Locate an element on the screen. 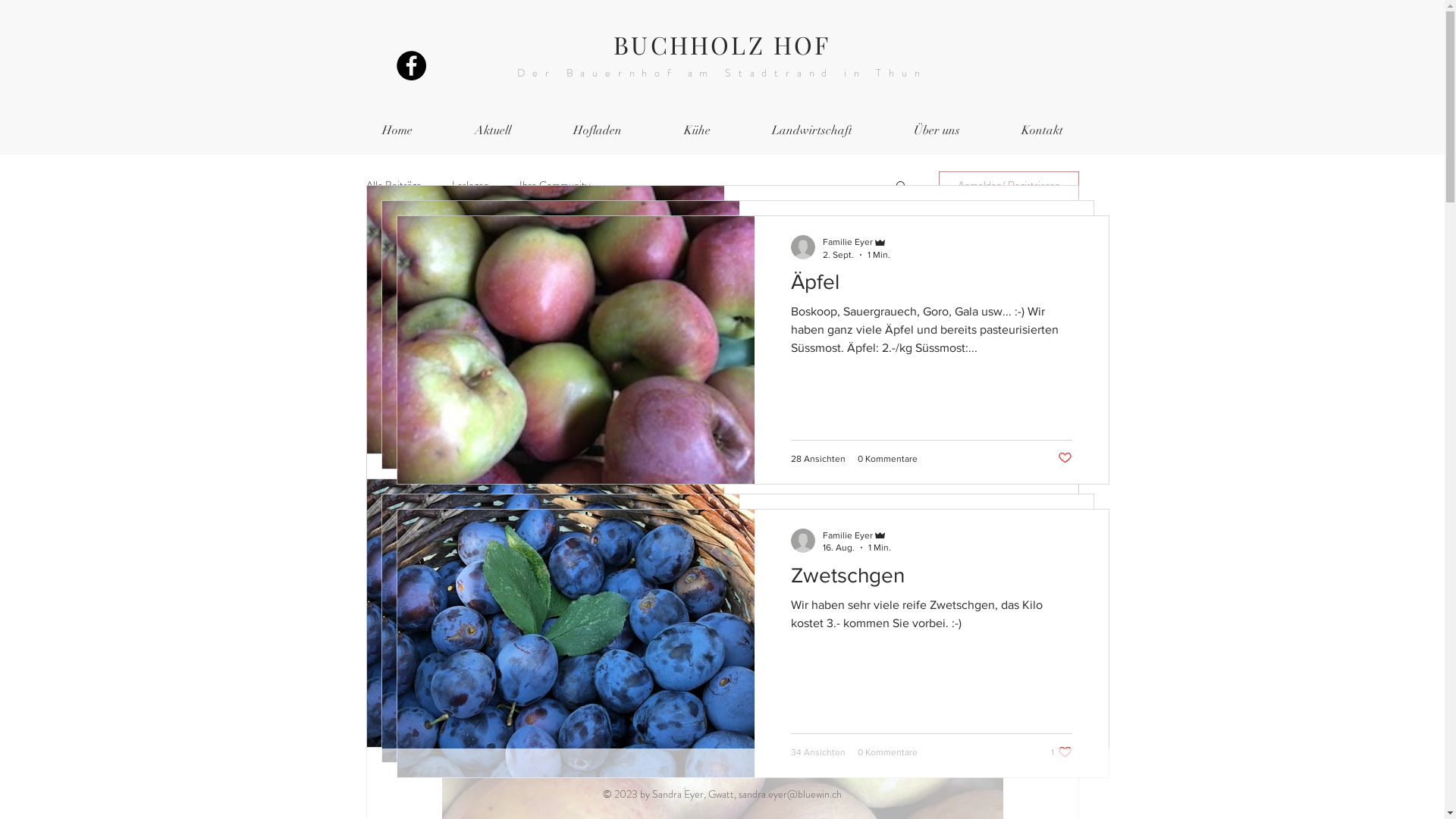 The image size is (1456, 819). 'Hofladen' is located at coordinates (596, 130).